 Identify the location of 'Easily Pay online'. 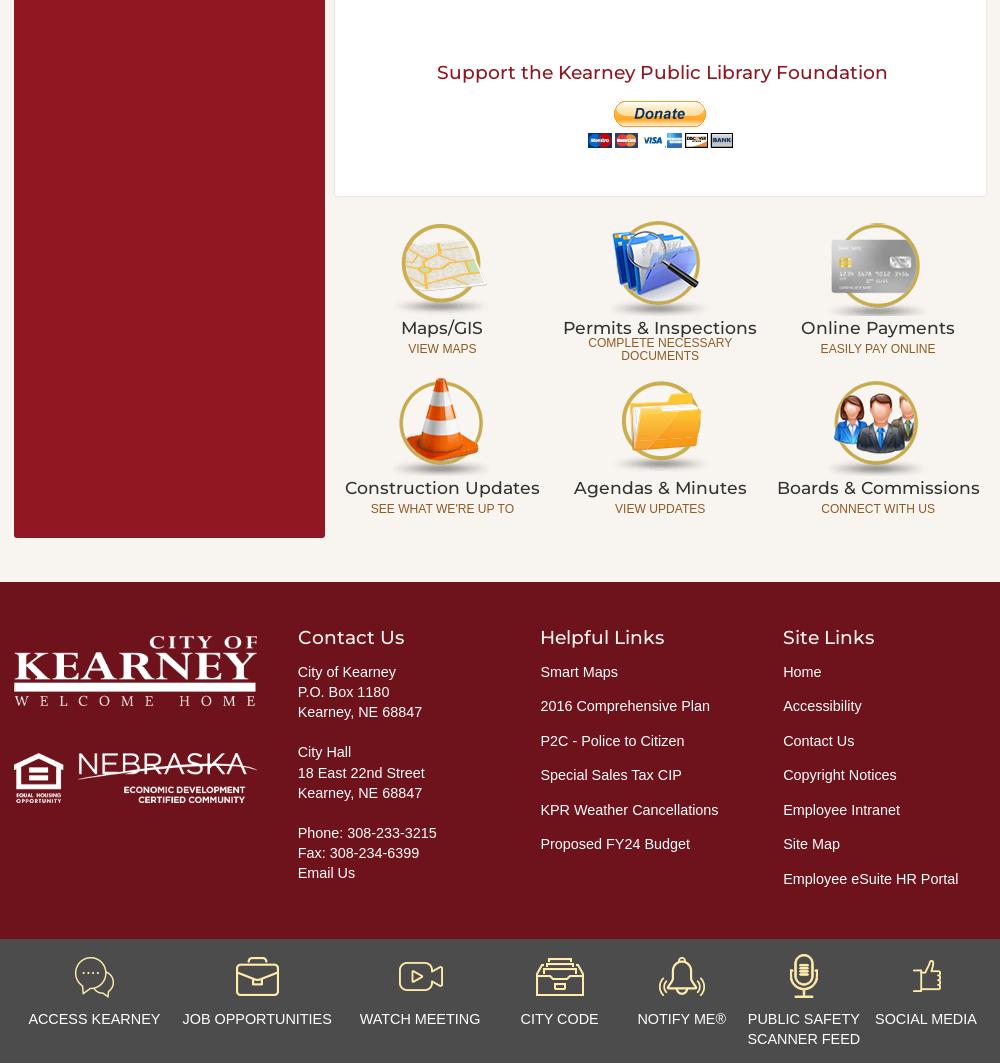
(877, 348).